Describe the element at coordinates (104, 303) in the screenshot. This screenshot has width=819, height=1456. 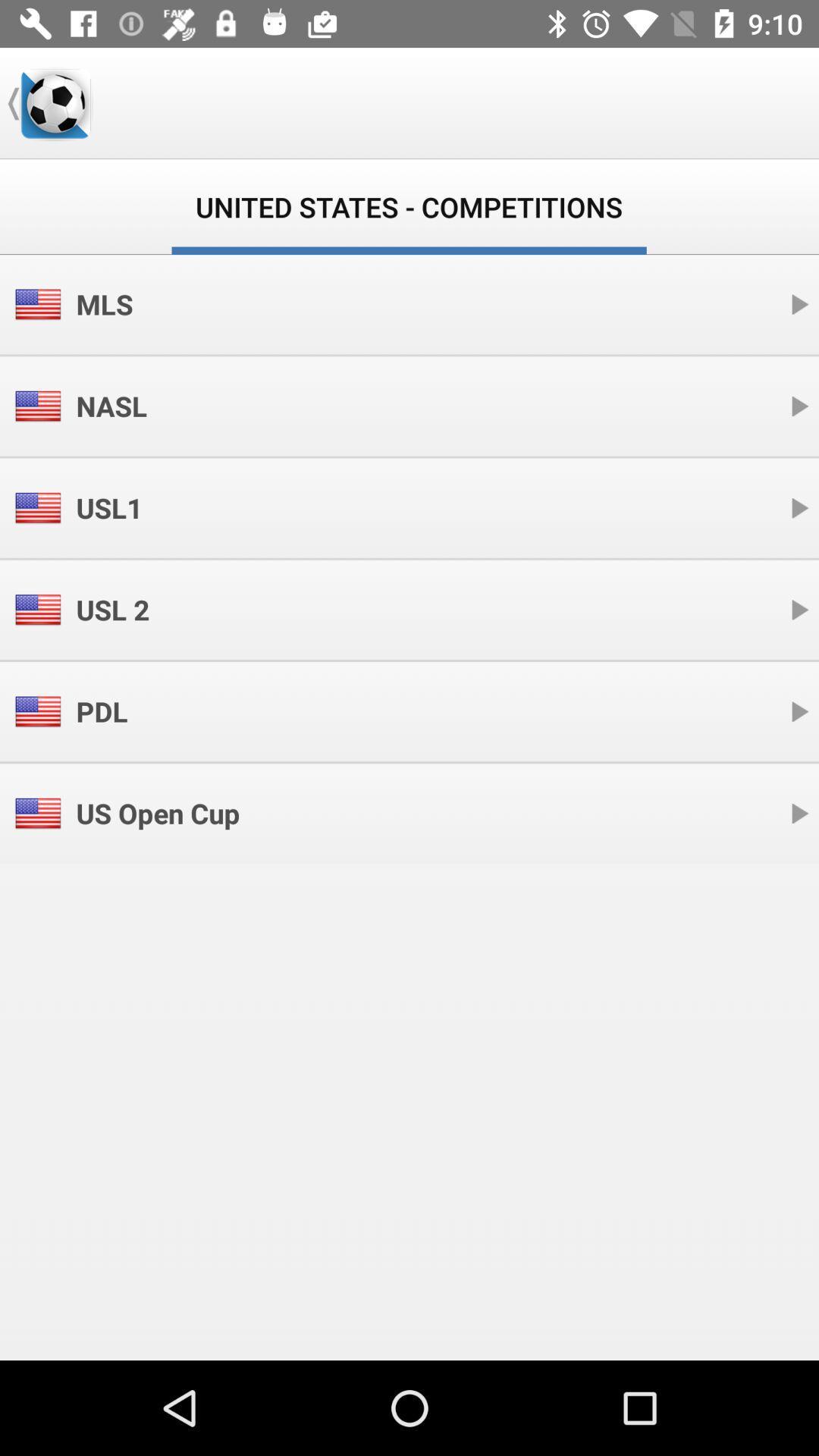
I see `mls` at that location.